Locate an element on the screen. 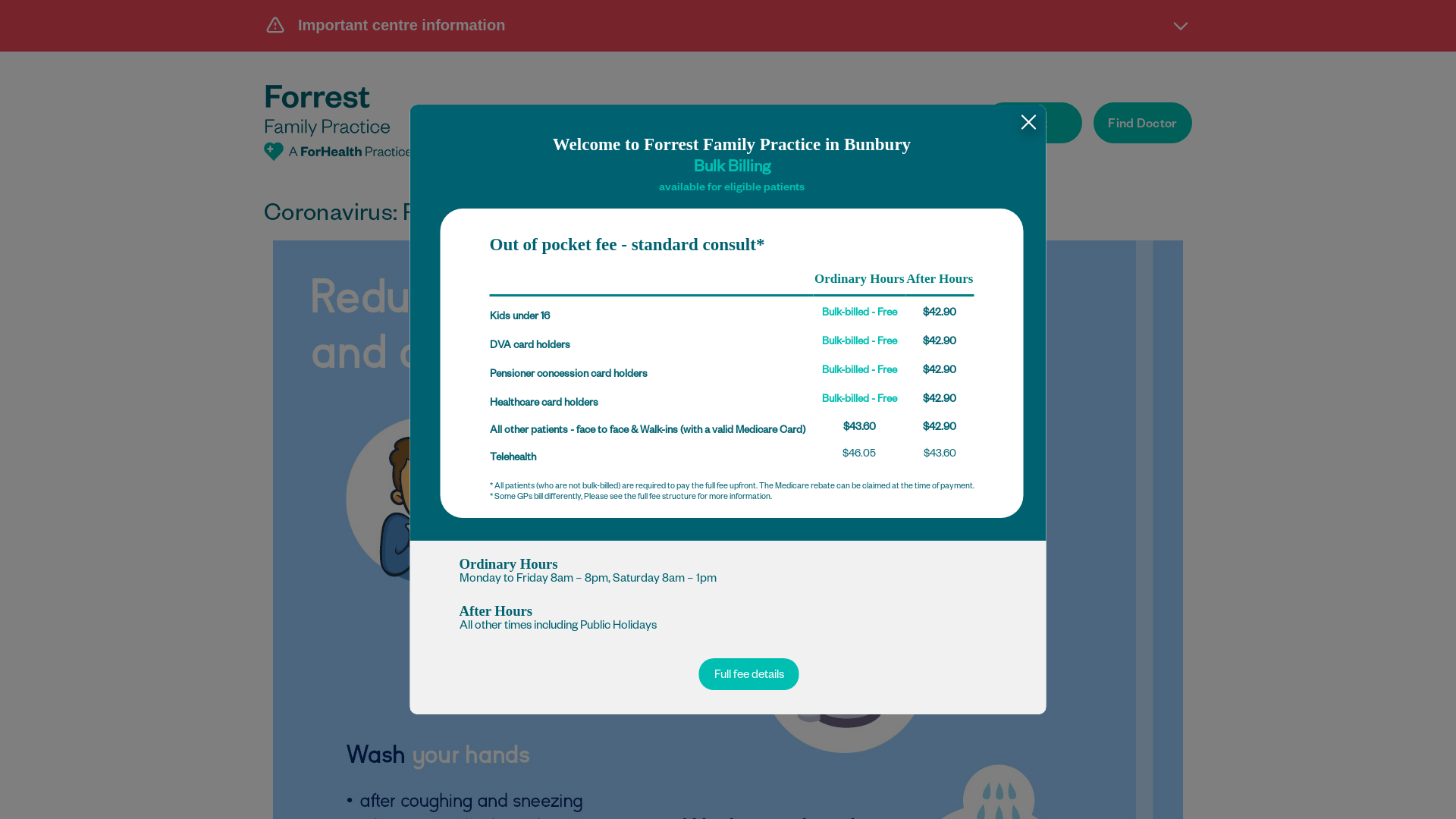 Image resolution: width=1456 pixels, height=819 pixels. 'Book' is located at coordinates (1032, 122).